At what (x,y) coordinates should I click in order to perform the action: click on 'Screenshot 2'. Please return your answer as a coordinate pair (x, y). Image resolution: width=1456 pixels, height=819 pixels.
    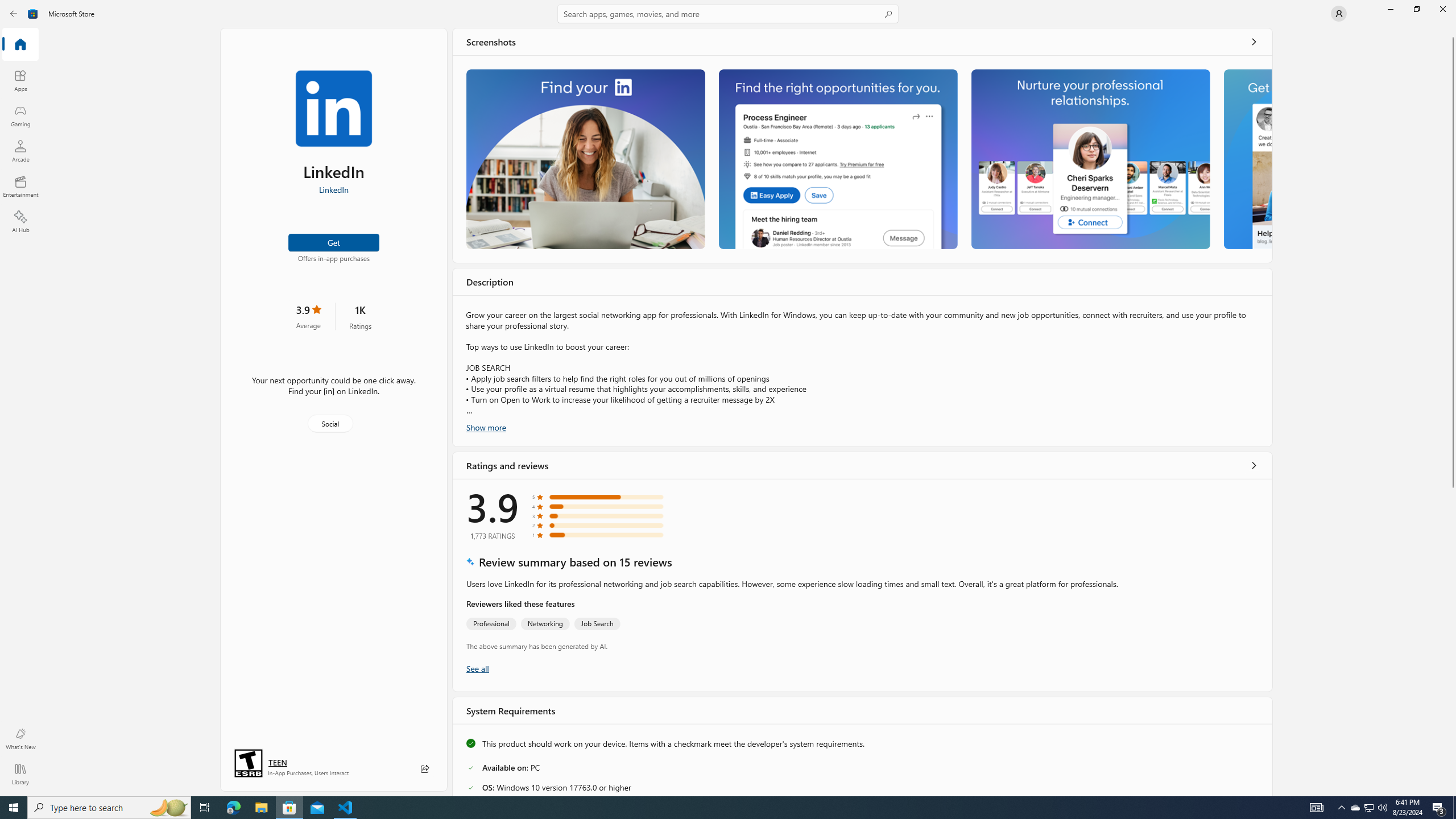
    Looking at the image, I should click on (837, 159).